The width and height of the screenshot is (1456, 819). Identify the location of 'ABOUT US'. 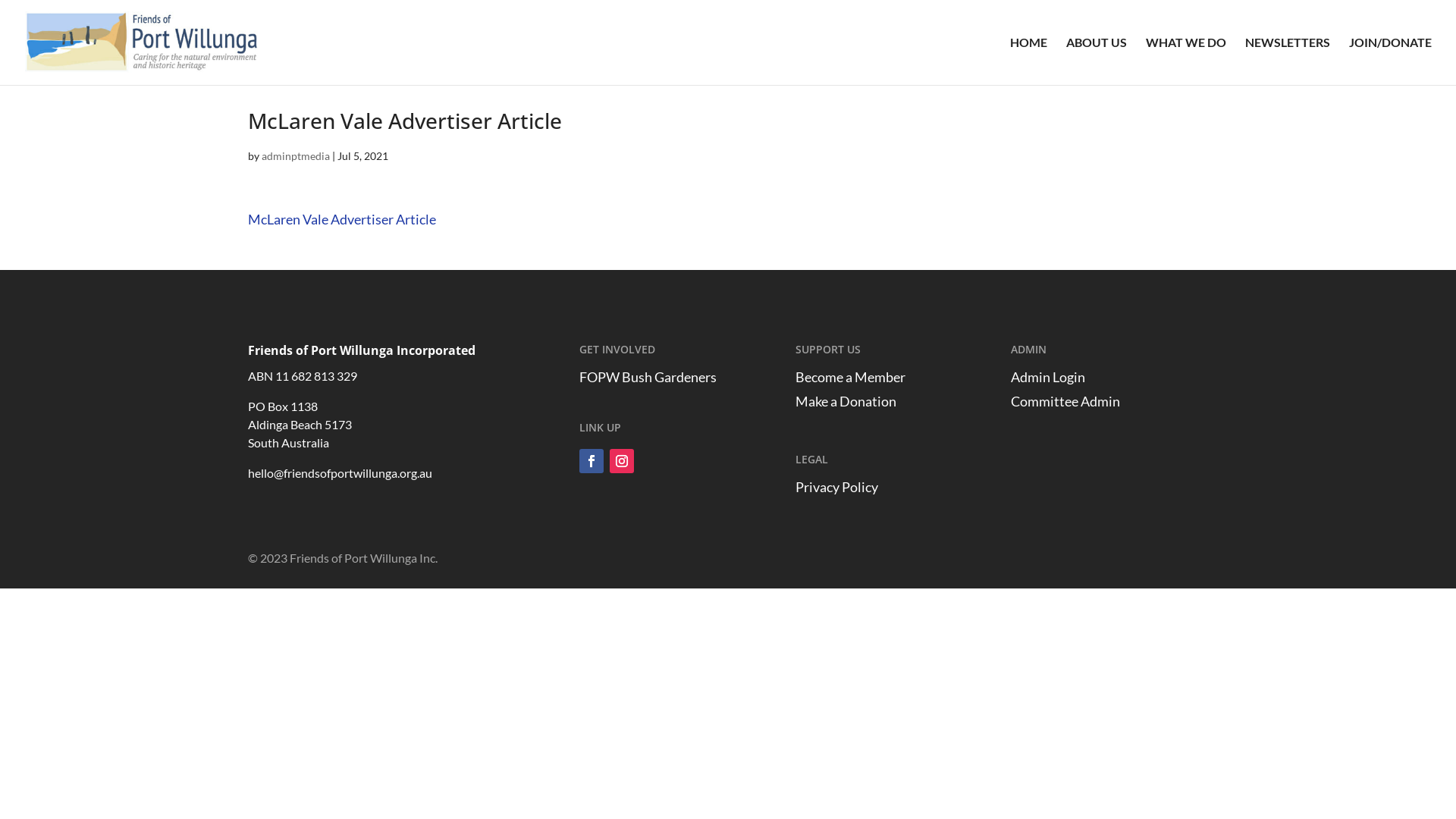
(1096, 60).